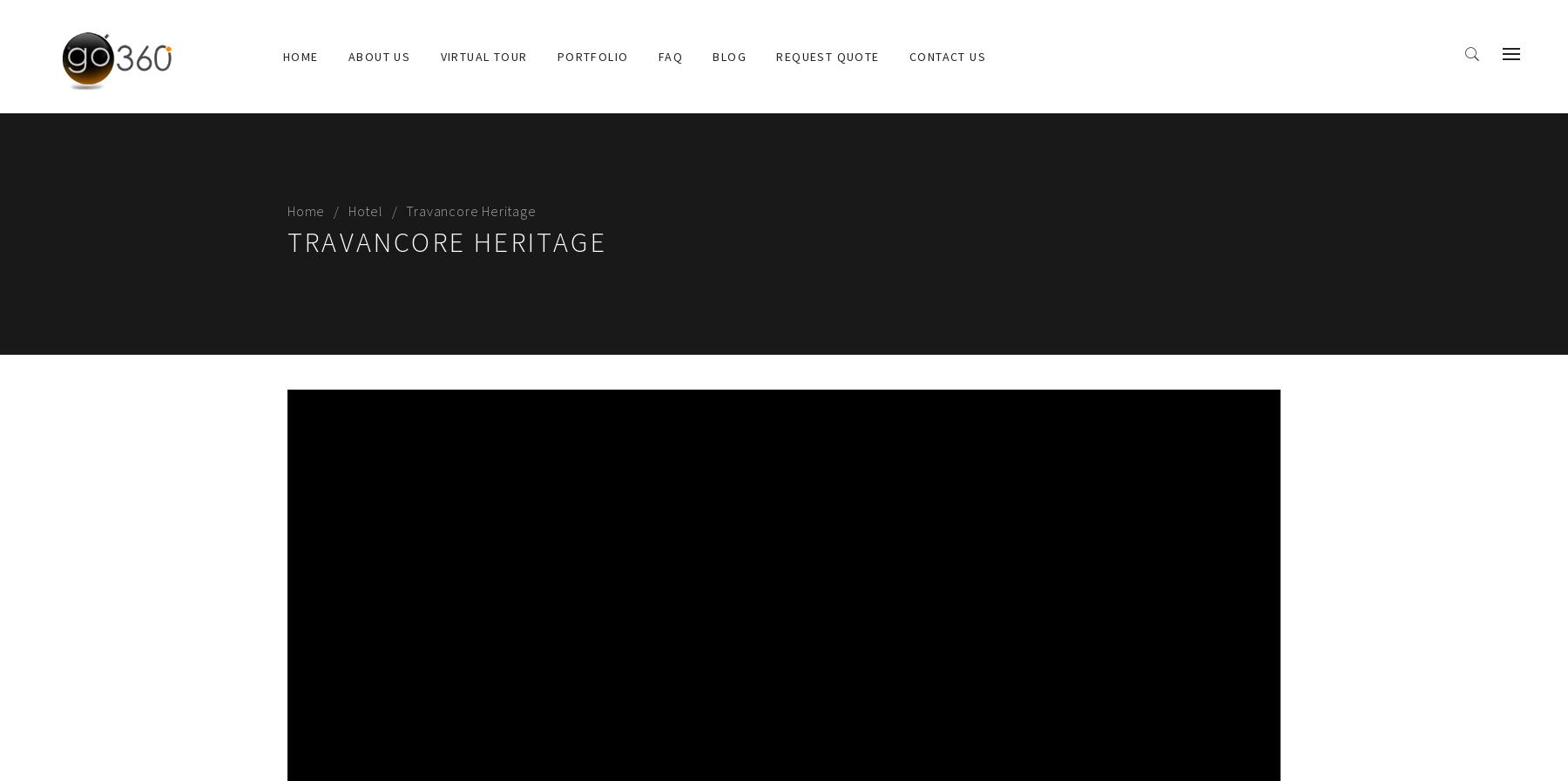  I want to click on 'Why Go360', so click(404, 125).